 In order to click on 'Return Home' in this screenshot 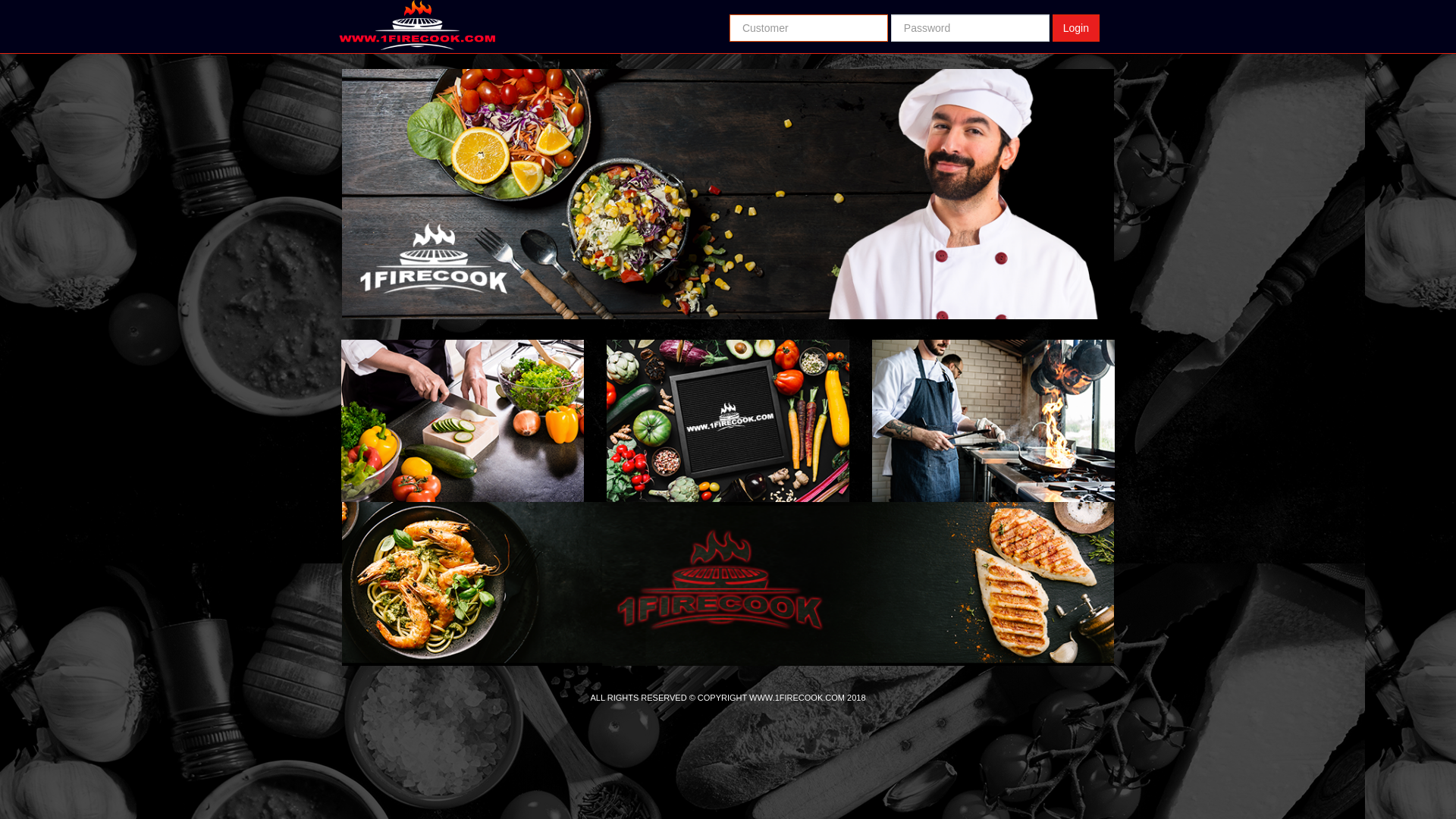, I will do `click(340, 26)`.